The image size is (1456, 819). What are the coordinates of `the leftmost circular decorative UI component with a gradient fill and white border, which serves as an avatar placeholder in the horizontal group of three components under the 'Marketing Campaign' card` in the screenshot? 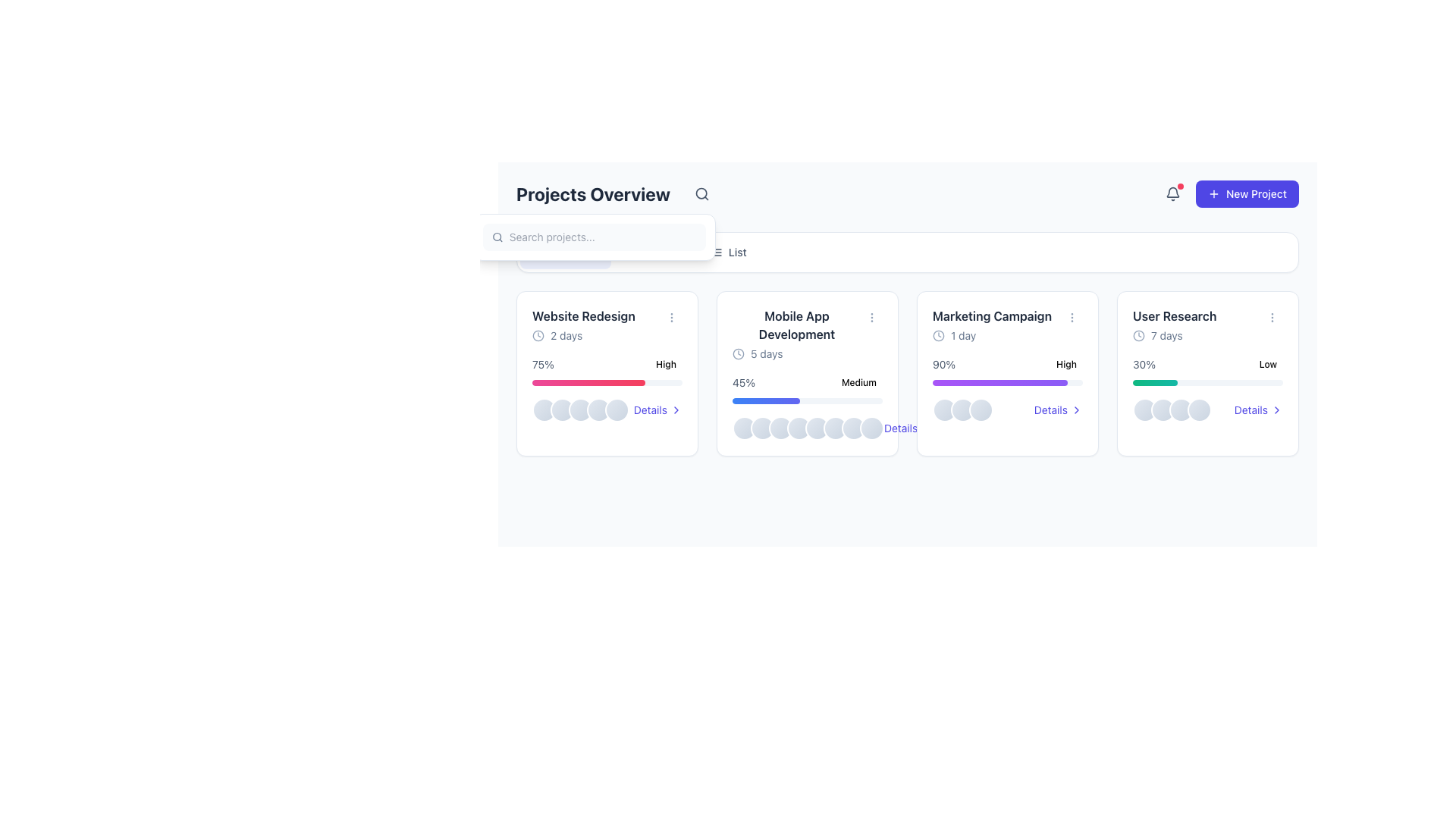 It's located at (944, 409).